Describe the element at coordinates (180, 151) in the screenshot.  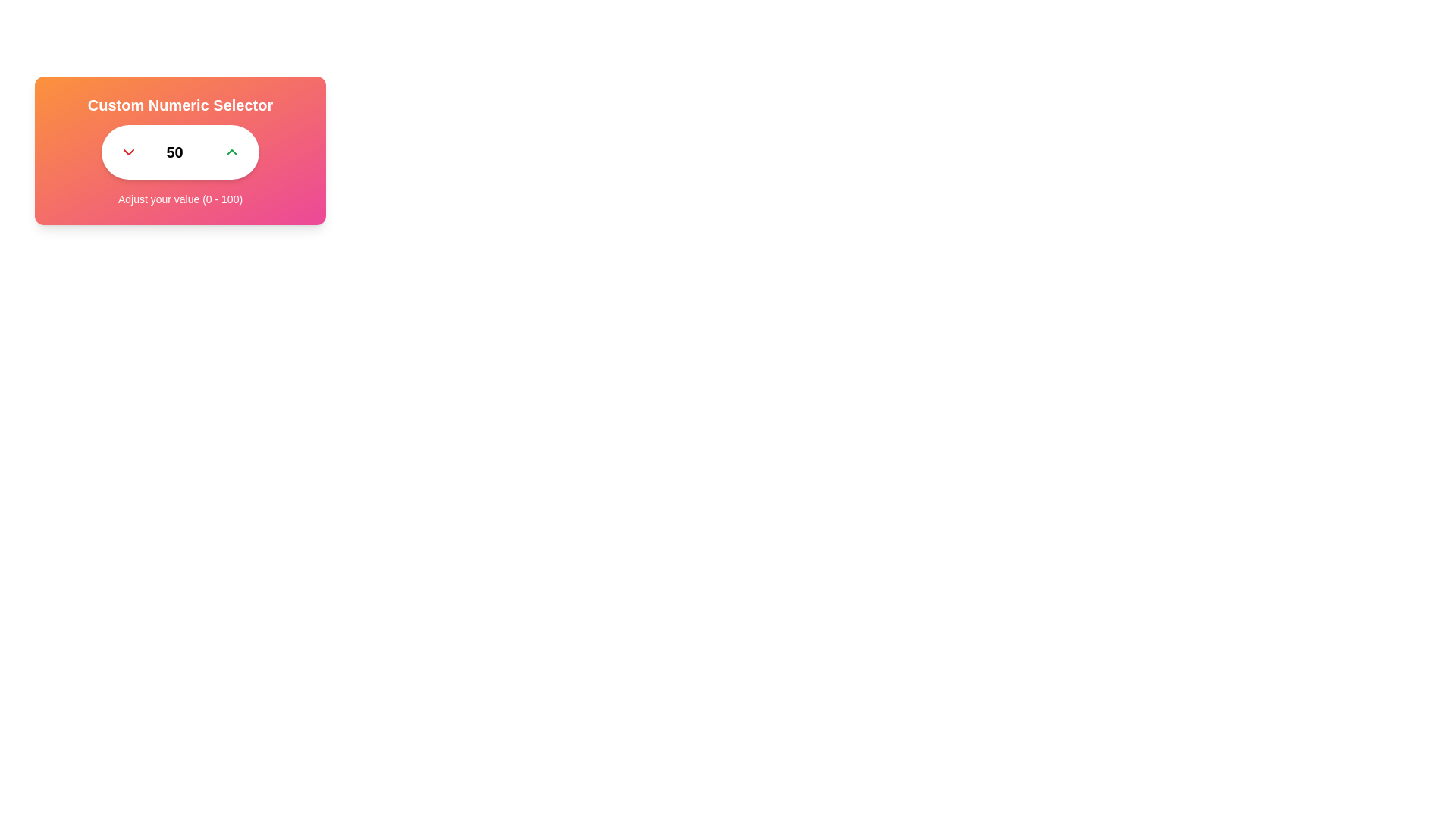
I see `the 'Custom Numeric Selector' component, which features a gradient background and displays the title in bold white text, to interact with the numeric selector` at that location.